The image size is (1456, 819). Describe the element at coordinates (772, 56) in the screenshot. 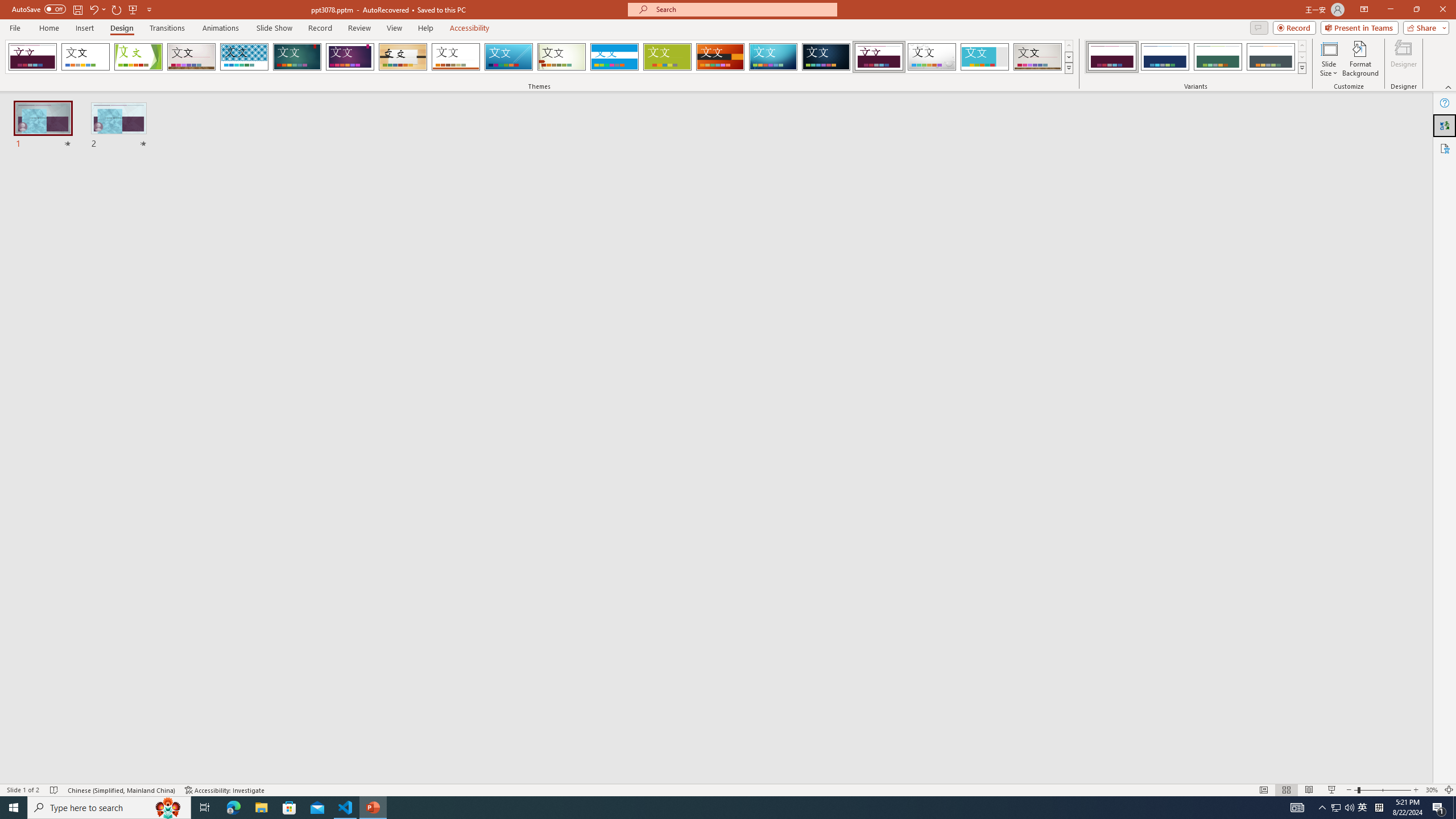

I see `'Circuit'` at that location.